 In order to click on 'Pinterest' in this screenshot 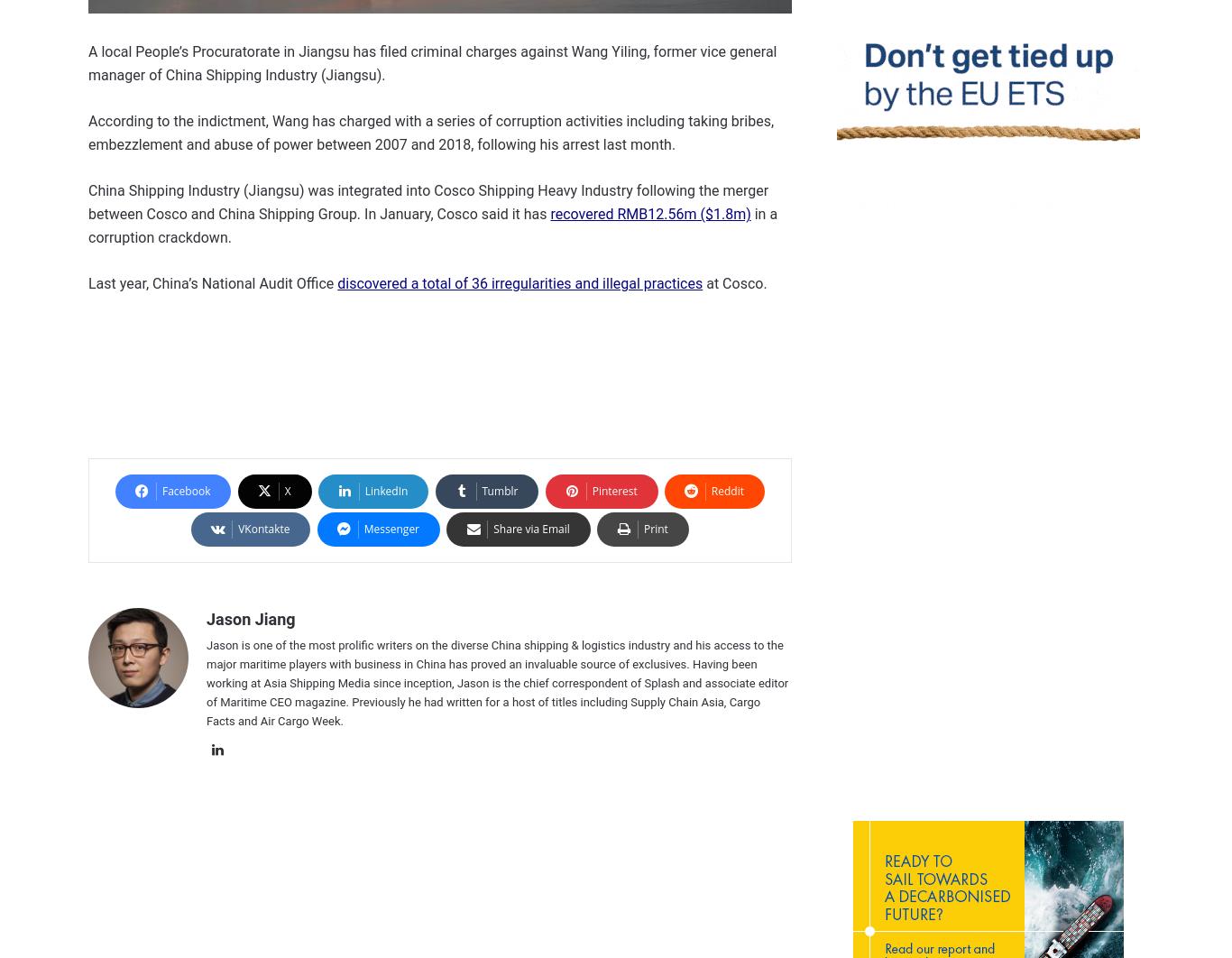, I will do `click(612, 491)`.